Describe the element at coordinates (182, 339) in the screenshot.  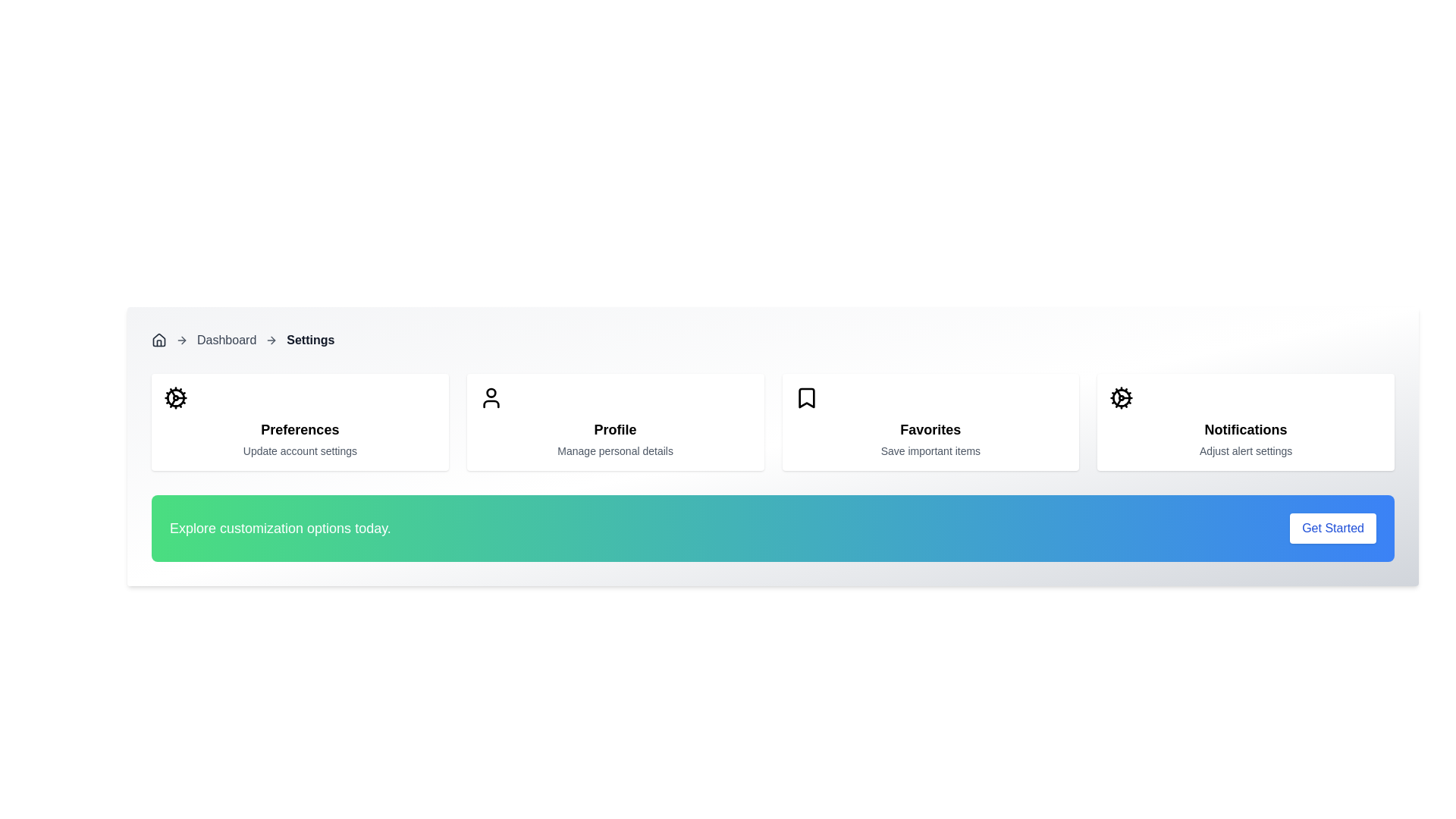
I see `the Breadcrumb arrow icon located in the breadcrumb navigation area, which separates the 'Dashboard' and 'Settings' text items` at that location.